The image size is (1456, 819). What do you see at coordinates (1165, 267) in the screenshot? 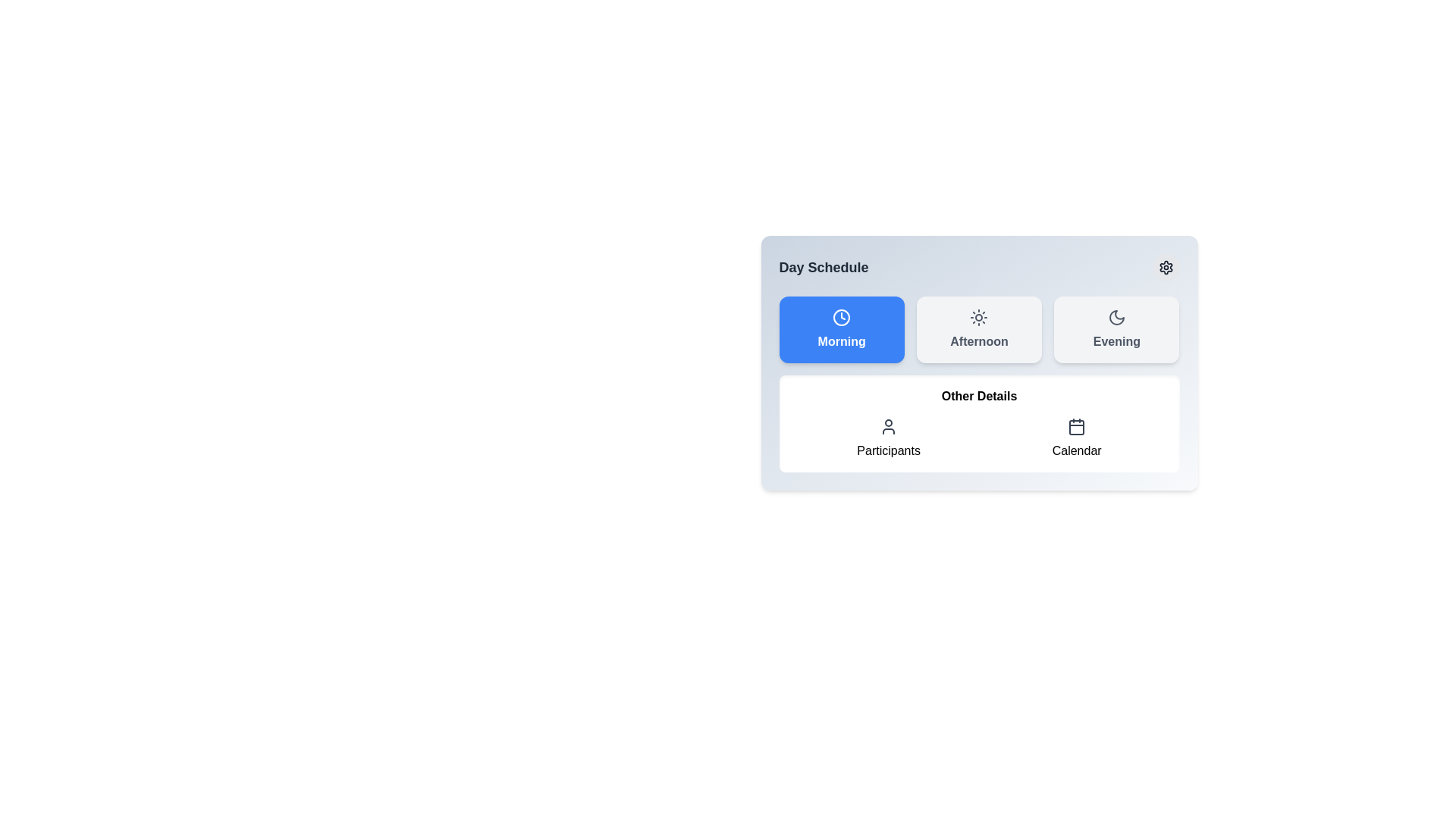
I see `the gear icon located in the top-right corner of the 'Day Schedule' panel` at bounding box center [1165, 267].